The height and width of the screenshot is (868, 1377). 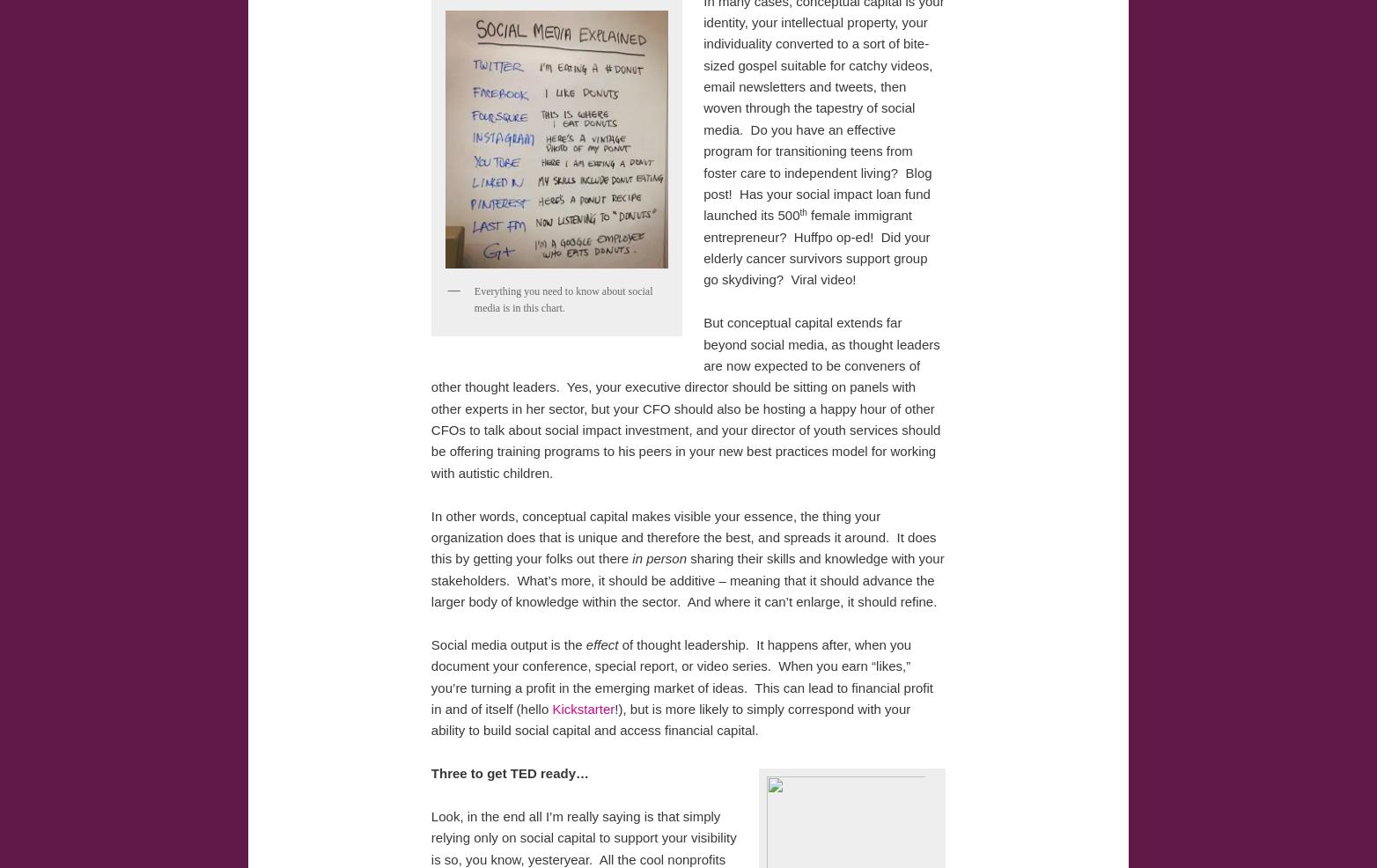 What do you see at coordinates (669, 718) in the screenshot?
I see `'!), but is more likely to simply correspond with your ability to build social capital and access financial capital.'` at bounding box center [669, 718].